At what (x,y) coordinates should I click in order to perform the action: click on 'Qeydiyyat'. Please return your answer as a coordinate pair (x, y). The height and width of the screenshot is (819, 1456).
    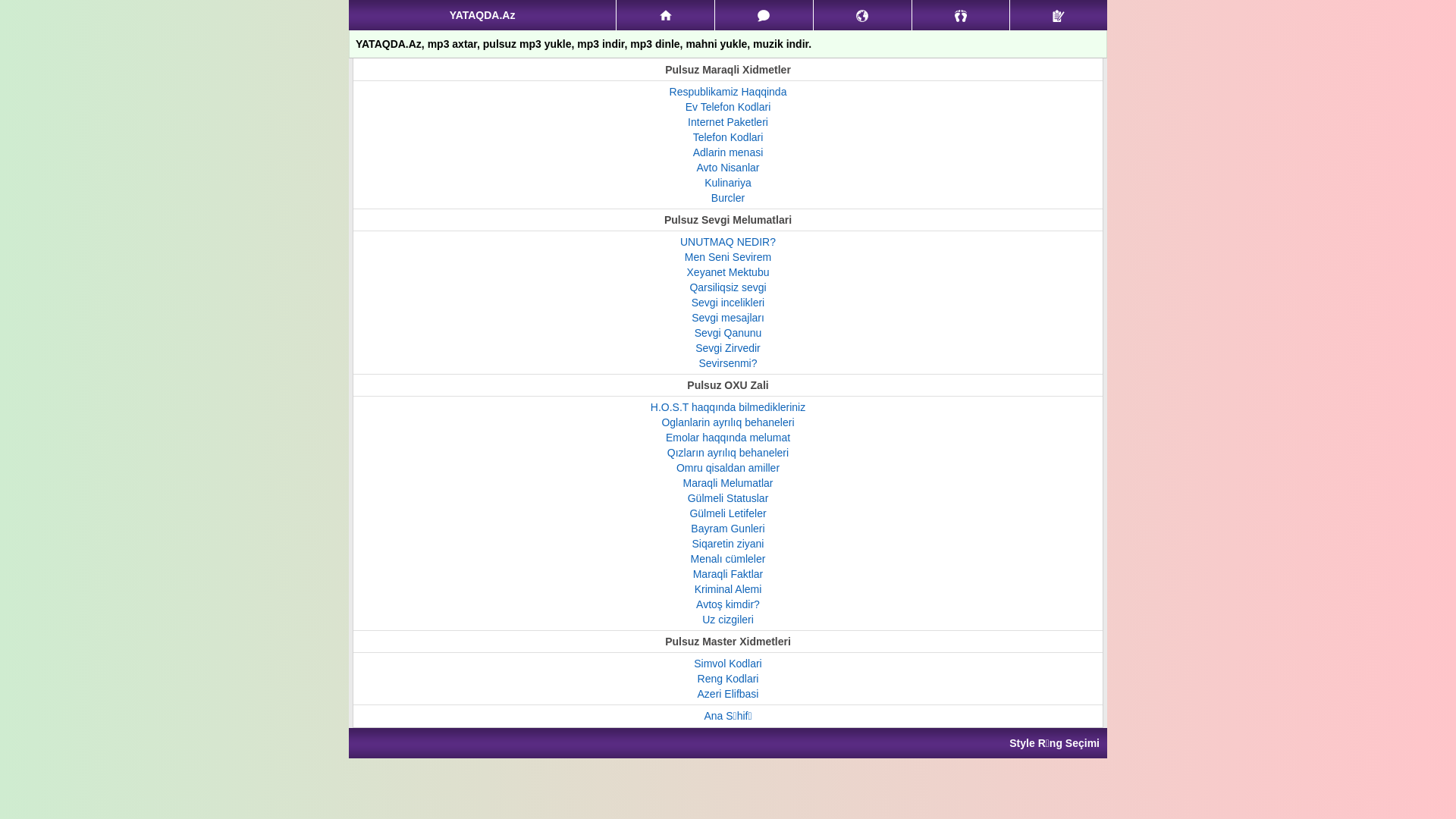
    Looking at the image, I should click on (1009, 14).